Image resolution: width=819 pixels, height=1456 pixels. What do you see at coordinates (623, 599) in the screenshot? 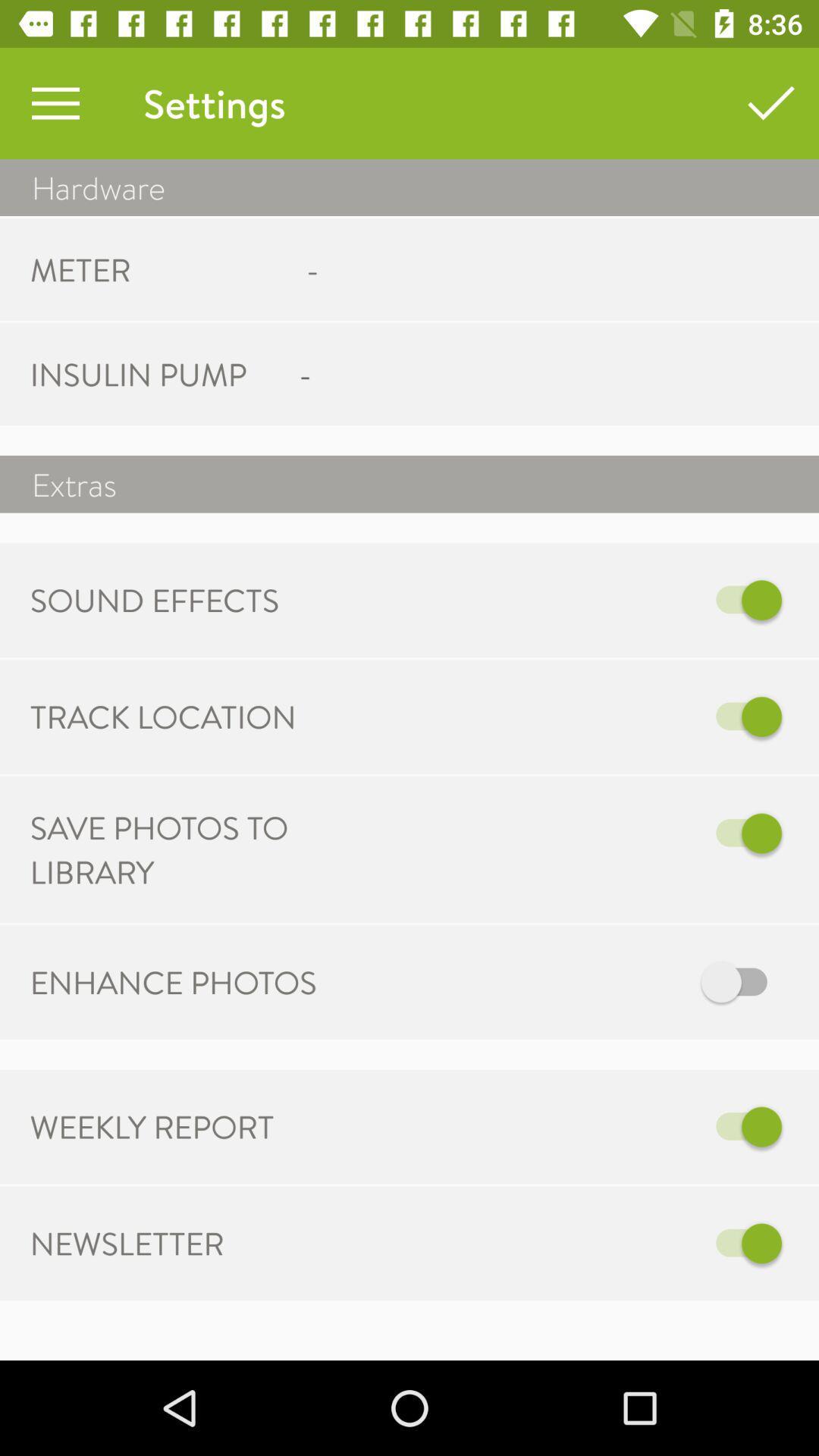
I see `sound effects setting` at bounding box center [623, 599].